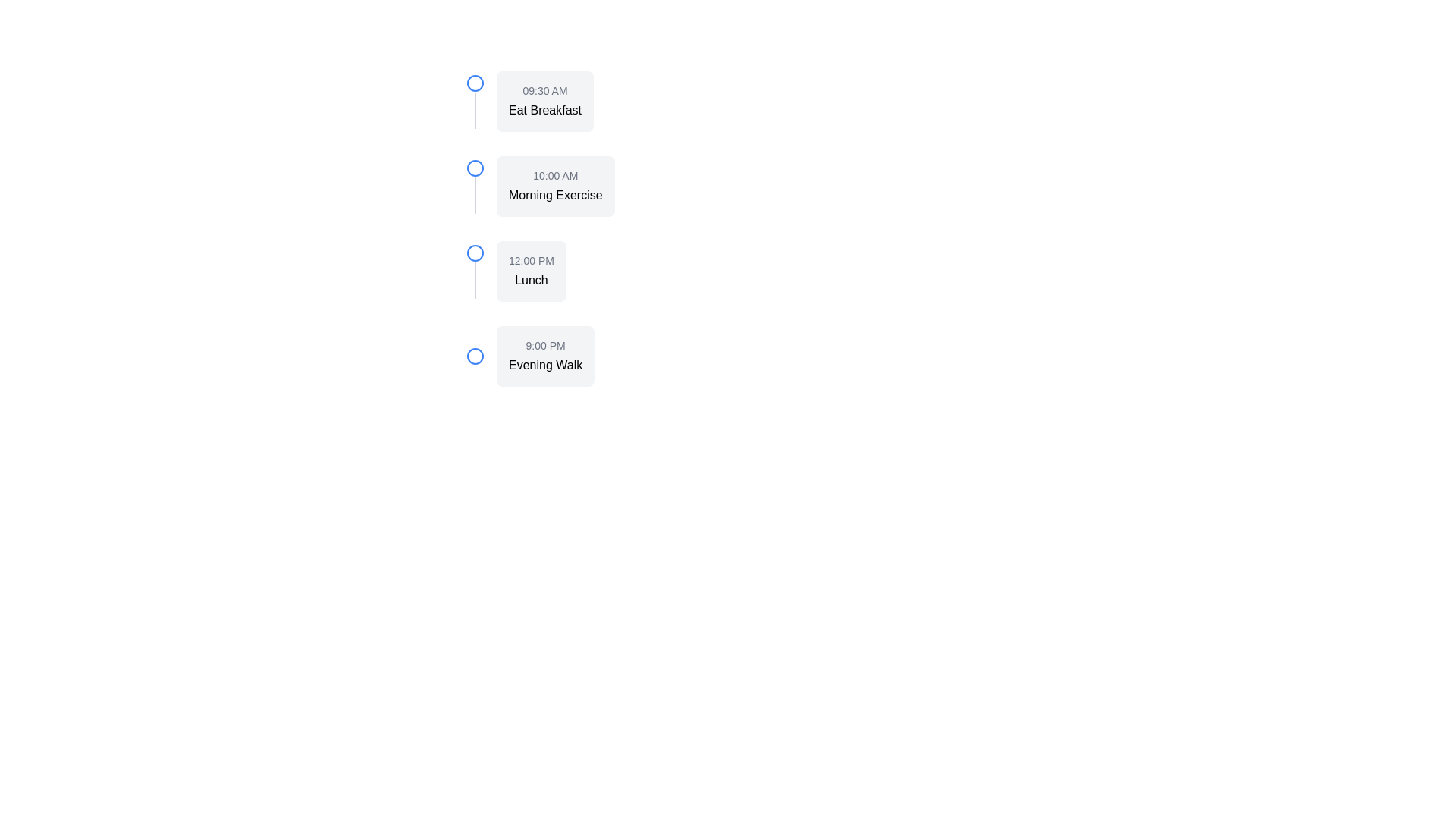 Image resolution: width=1456 pixels, height=819 pixels. I want to click on time displayed on the text label that shows '12:00 PM' for the event labeled 'Lunch', located at the top section of the gray background rectangle, so click(531, 259).